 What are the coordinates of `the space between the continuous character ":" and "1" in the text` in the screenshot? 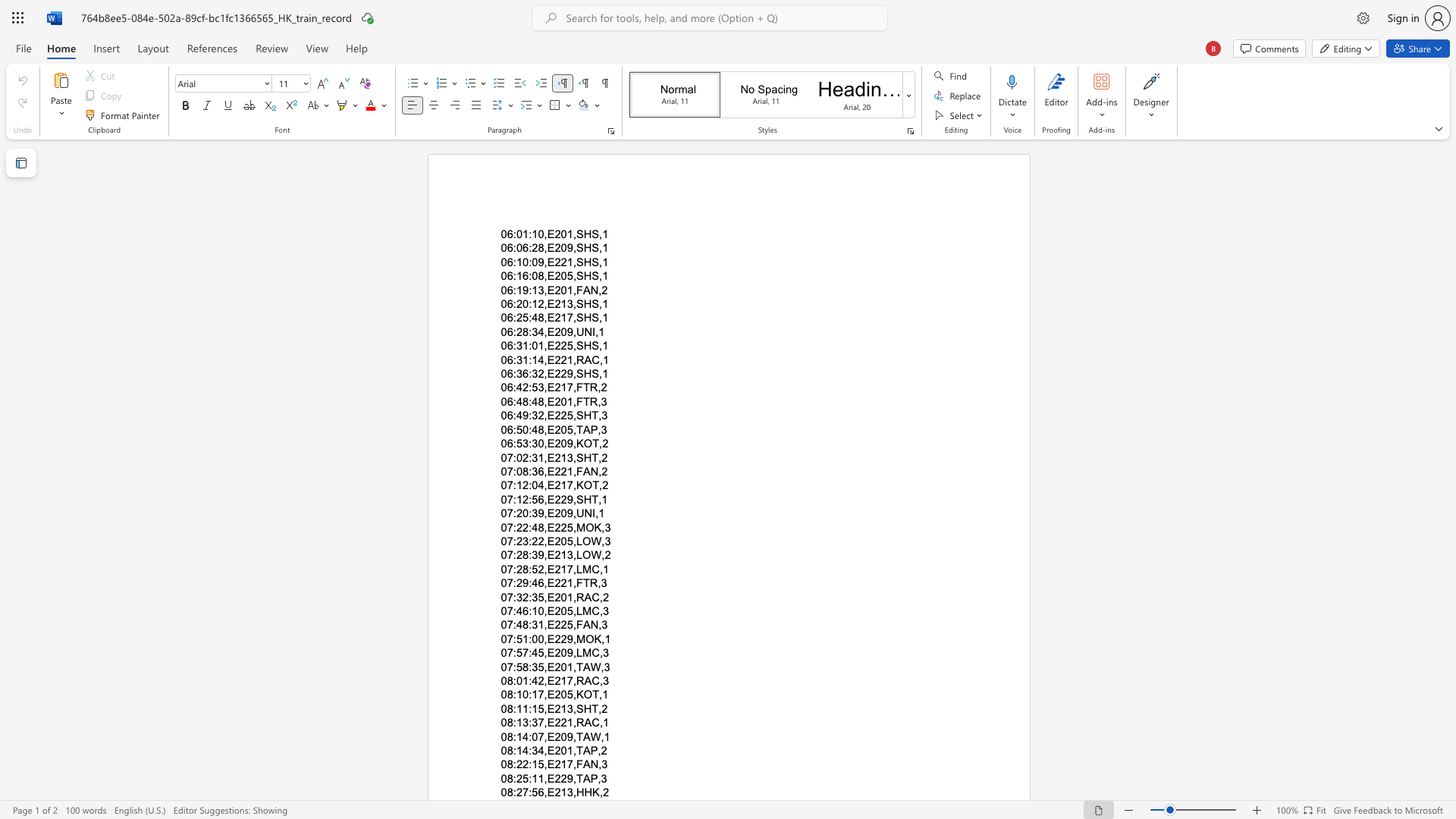 It's located at (516, 499).